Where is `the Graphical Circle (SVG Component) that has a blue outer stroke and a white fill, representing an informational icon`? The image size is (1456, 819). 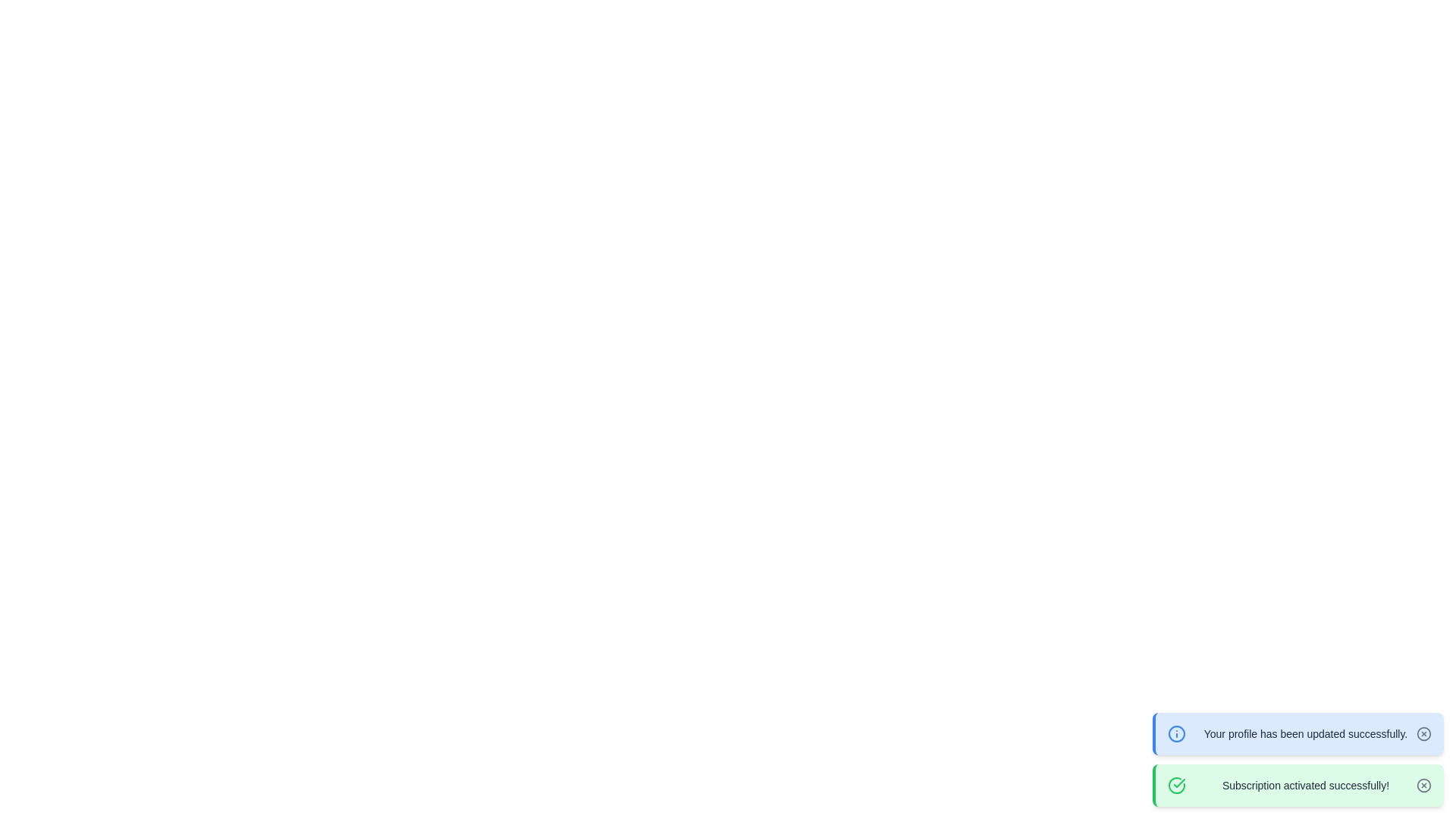
the Graphical Circle (SVG Component) that has a blue outer stroke and a white fill, representing an informational icon is located at coordinates (1175, 733).